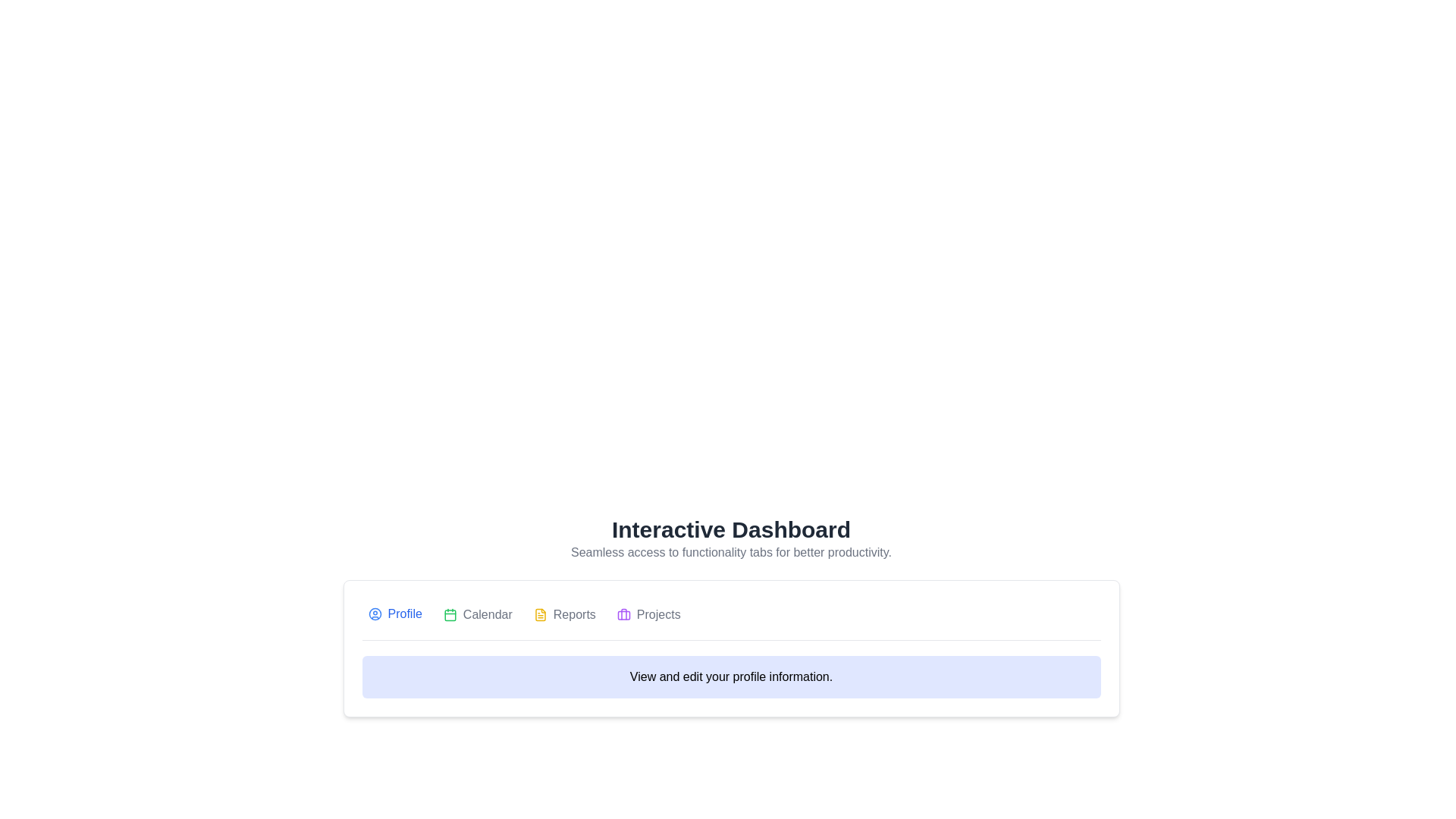  Describe the element at coordinates (449, 614) in the screenshot. I see `the calendar icon with a green outline, which is the second element in the horizontal navigation menu, located to the left of the 'Calendar' text` at that location.